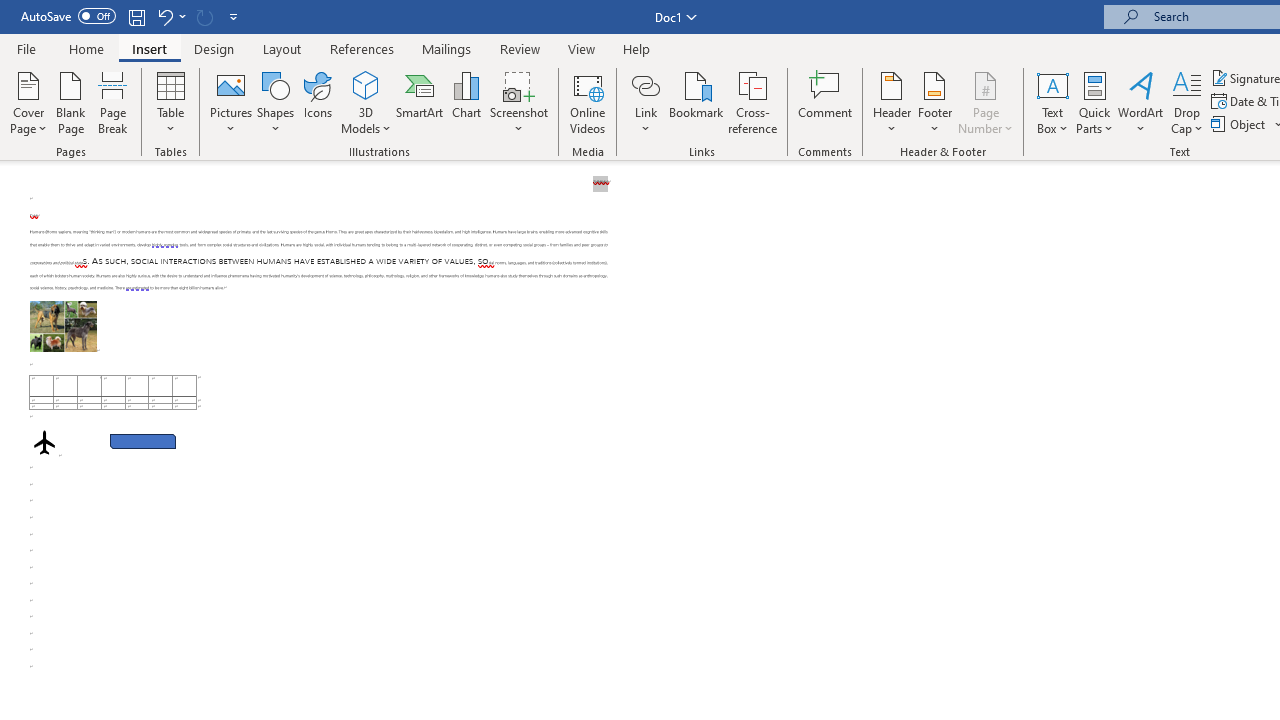 The height and width of the screenshot is (720, 1280). I want to click on 'Undo Apply Quick Style Set', so click(170, 16).